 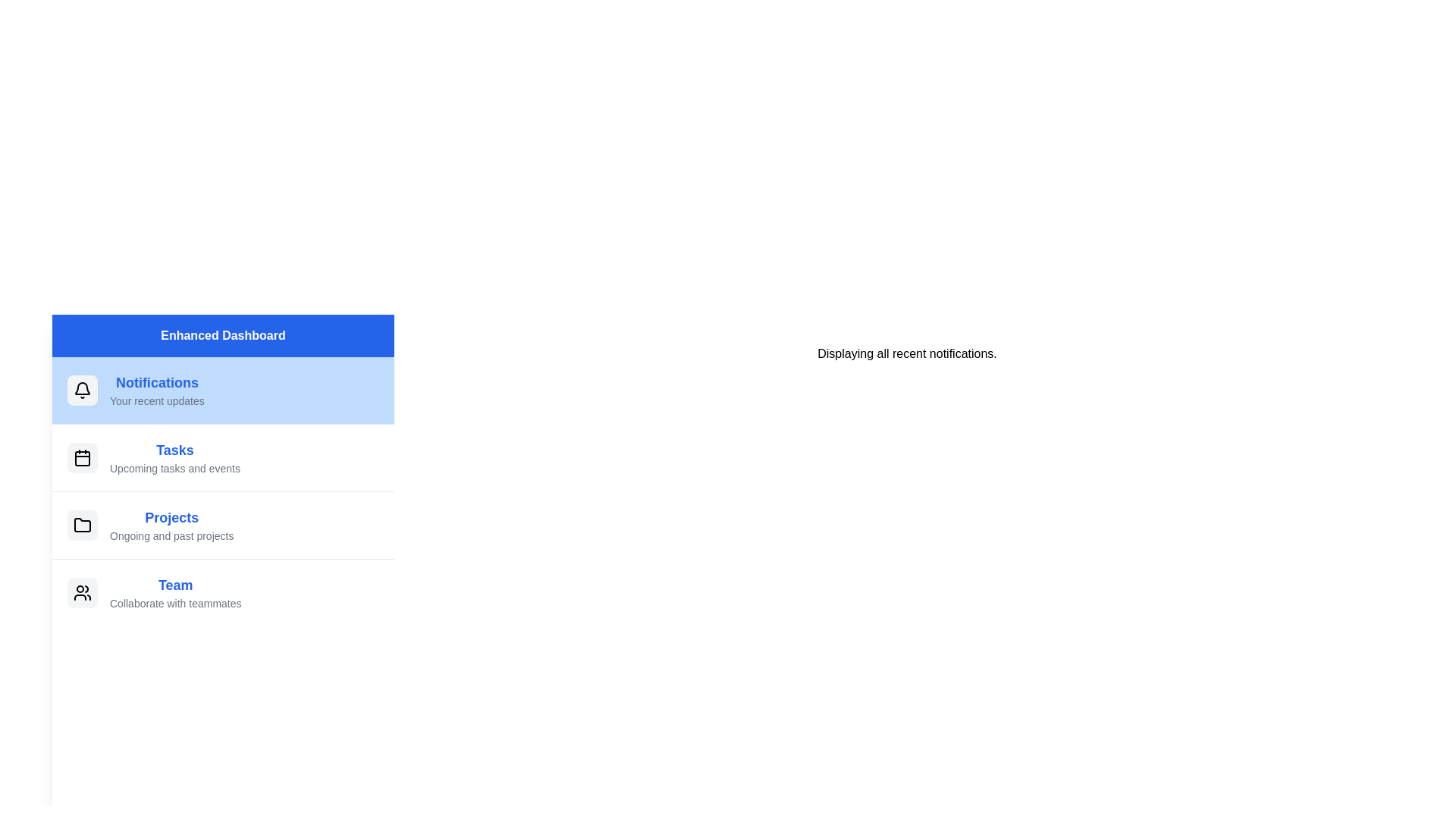 What do you see at coordinates (222, 457) in the screenshot?
I see `the menu item labeled Tasks to observe its hover effect` at bounding box center [222, 457].